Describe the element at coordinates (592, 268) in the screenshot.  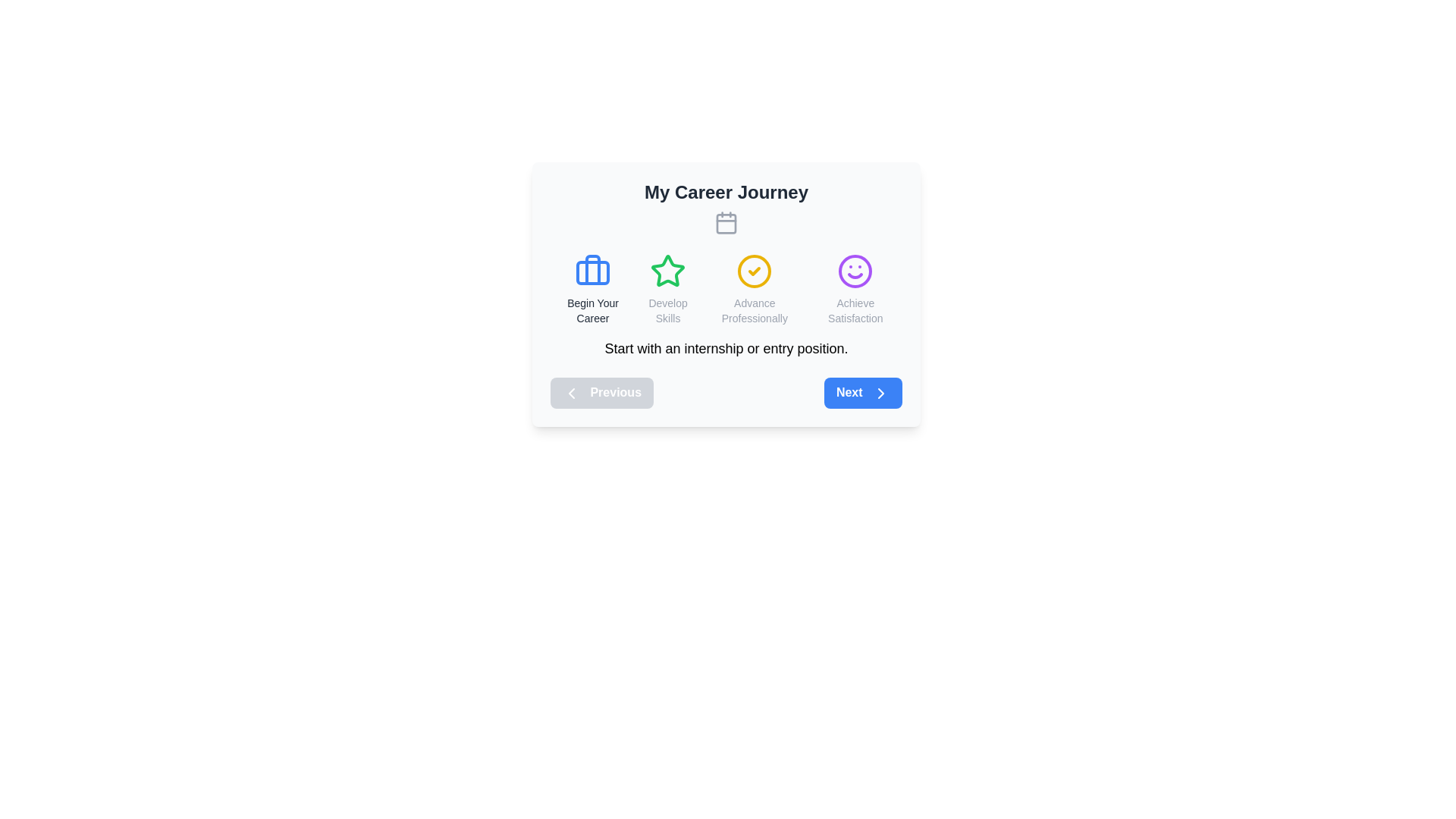
I see `the vertical segment of the briefcase icon, which is the leftmost icon in a row of four icons representing career-related content` at that location.